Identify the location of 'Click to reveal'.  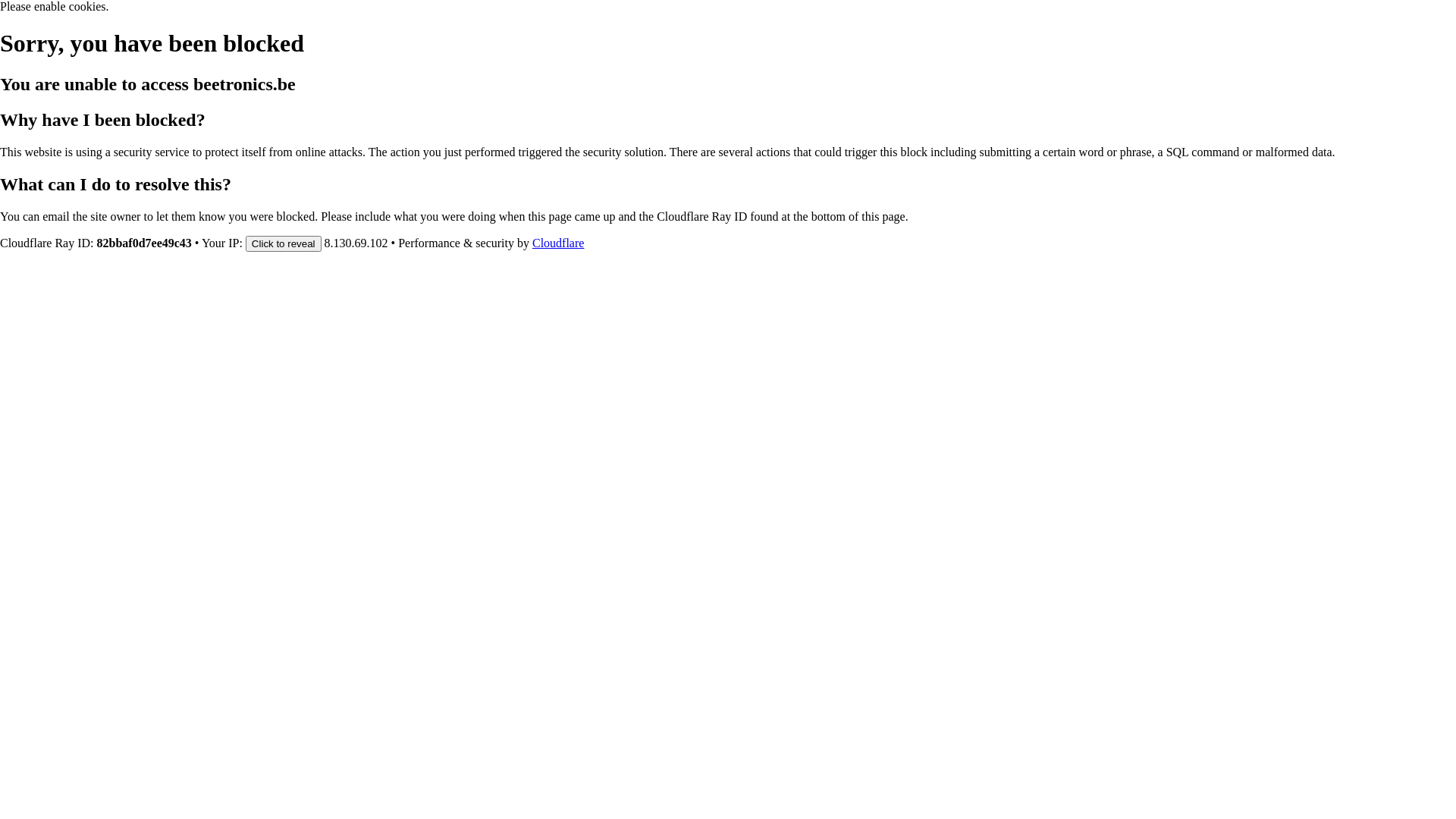
(284, 242).